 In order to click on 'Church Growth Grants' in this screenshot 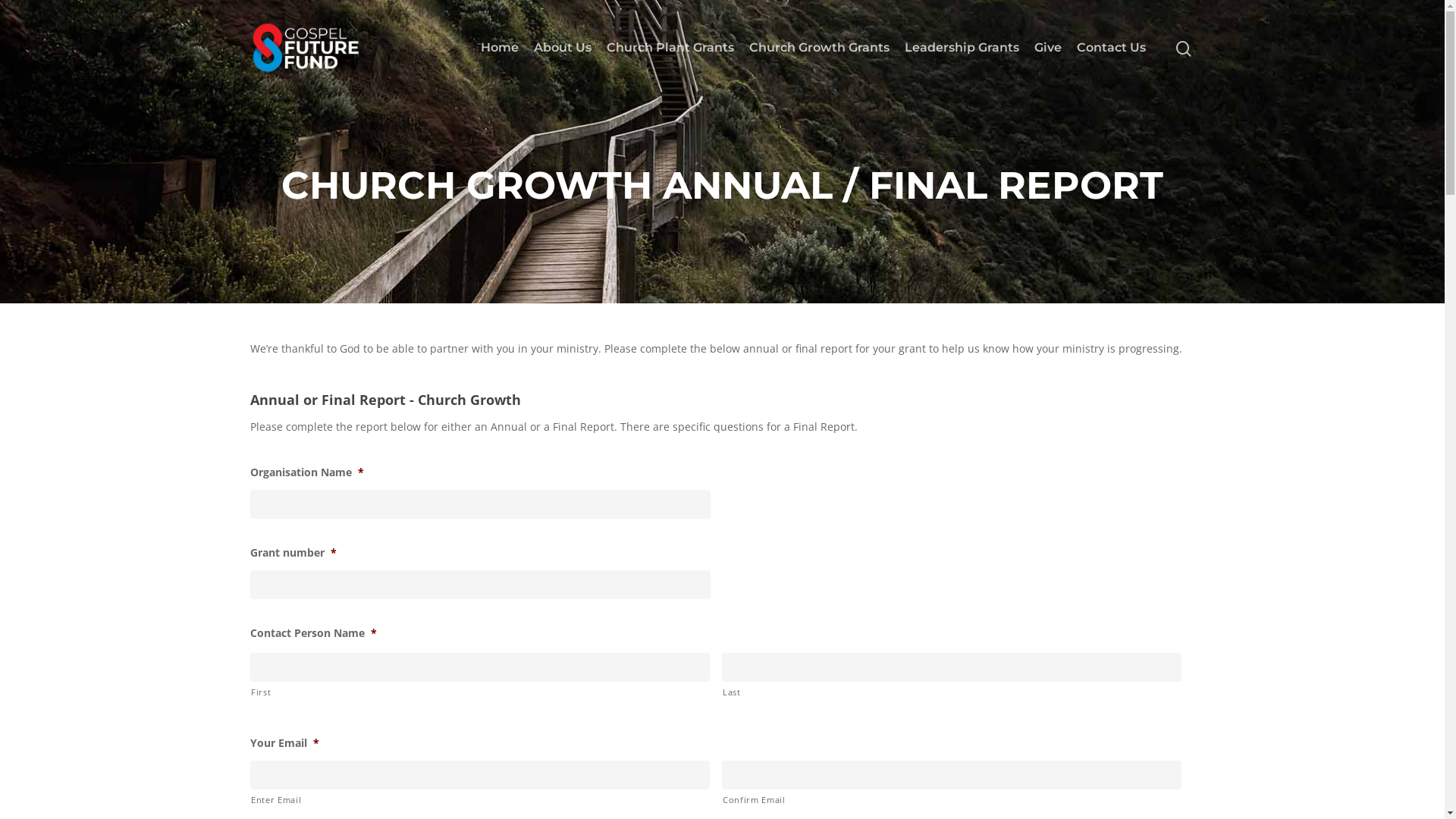, I will do `click(818, 46)`.